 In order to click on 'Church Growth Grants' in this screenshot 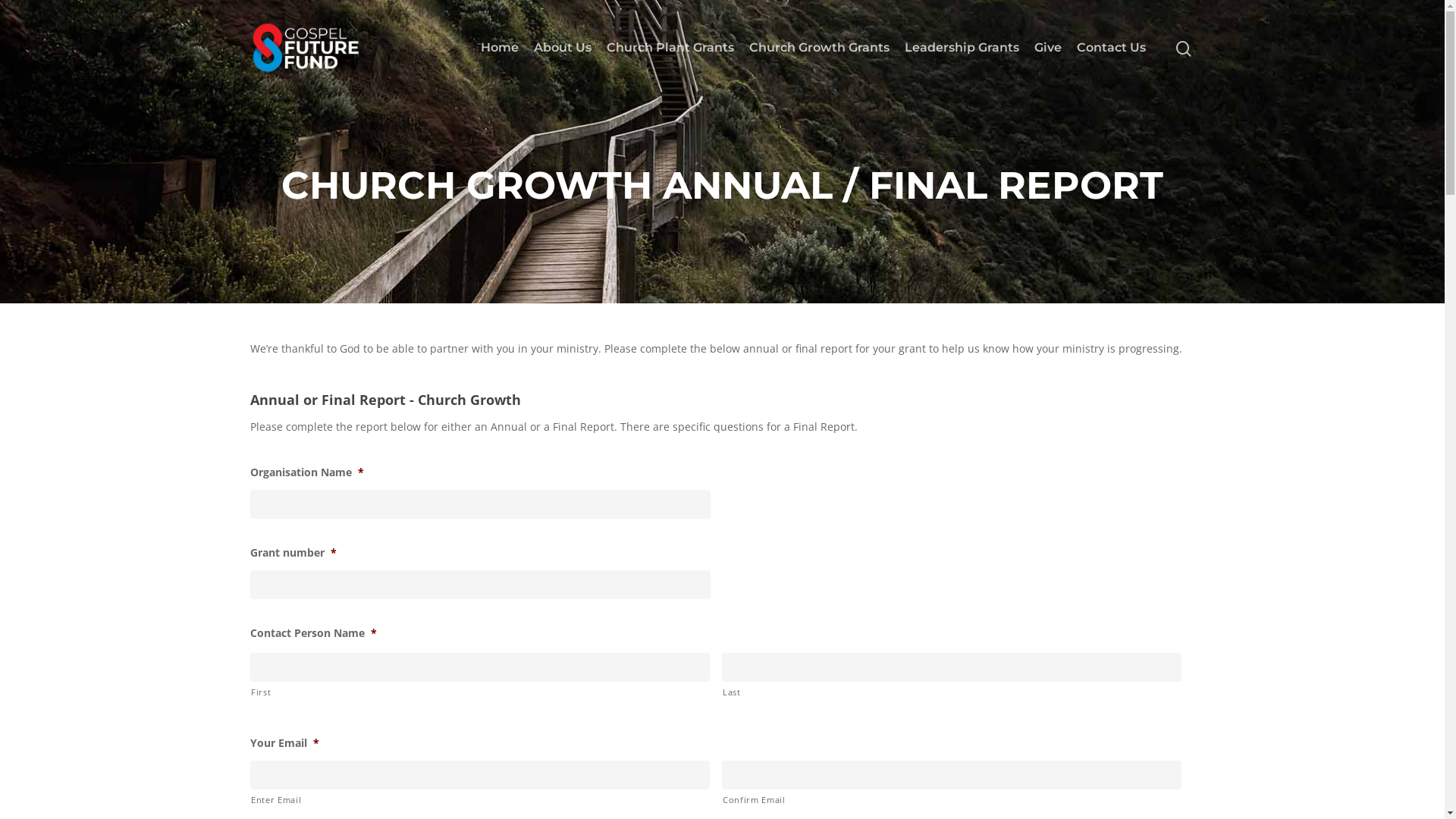, I will do `click(818, 46)`.